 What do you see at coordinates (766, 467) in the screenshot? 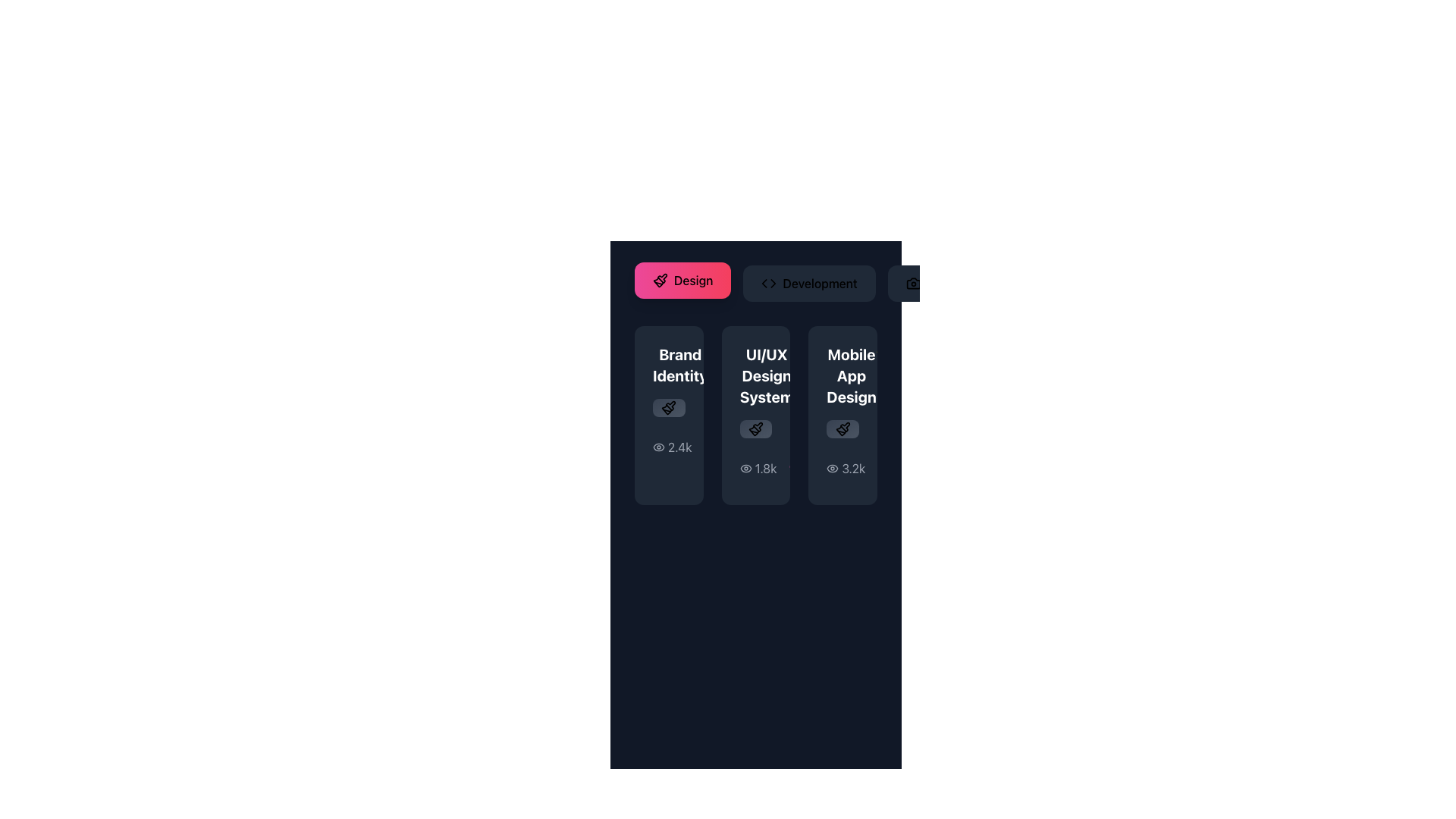
I see `the Text Label displaying '1.8k' which is located below the eye-shaped icon representing views in the 'UI/UX Design System' card` at bounding box center [766, 467].